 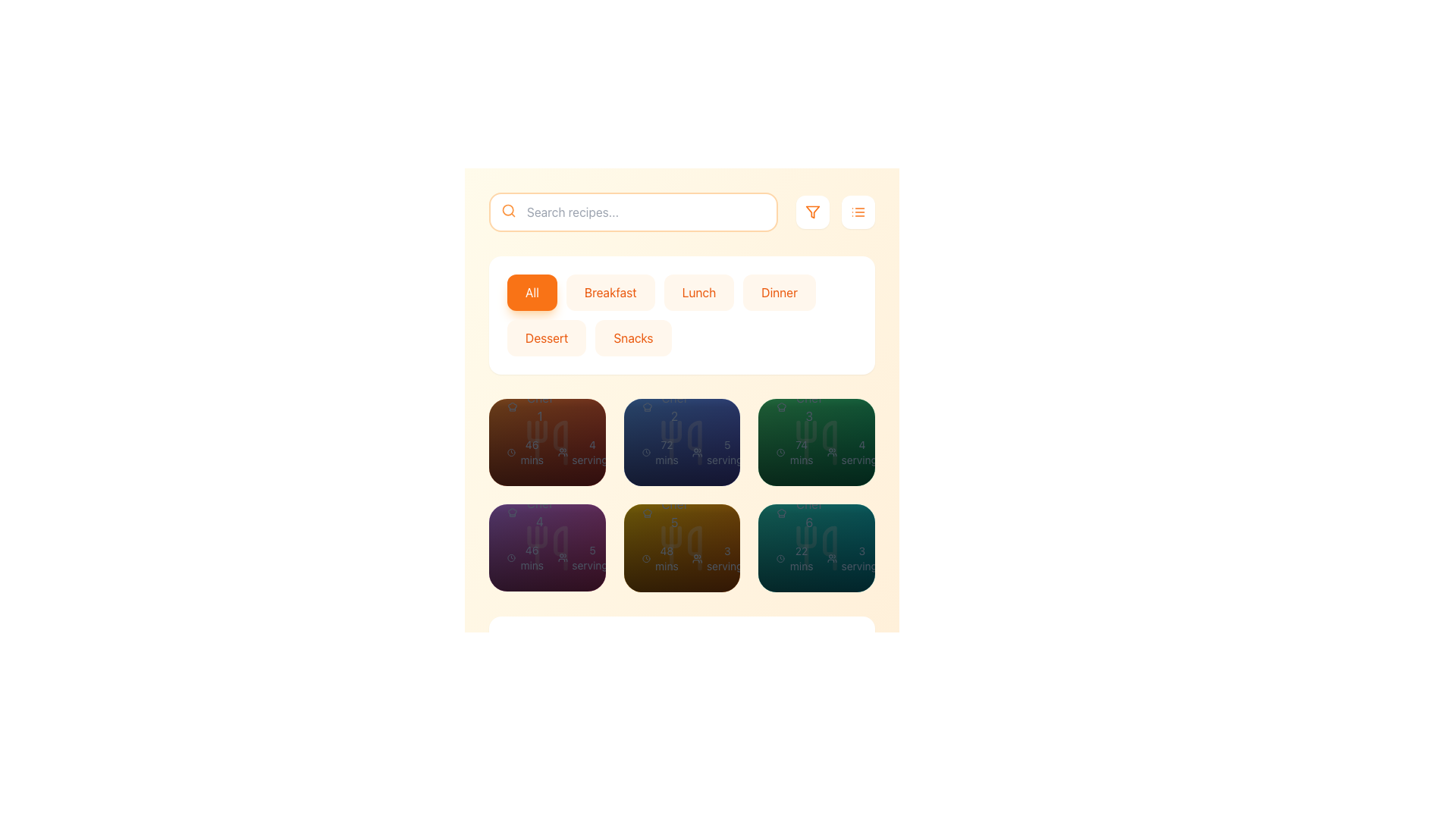 I want to click on the share button located in the bottom row of buttons within the grid structure, so click(x=726, y=548).